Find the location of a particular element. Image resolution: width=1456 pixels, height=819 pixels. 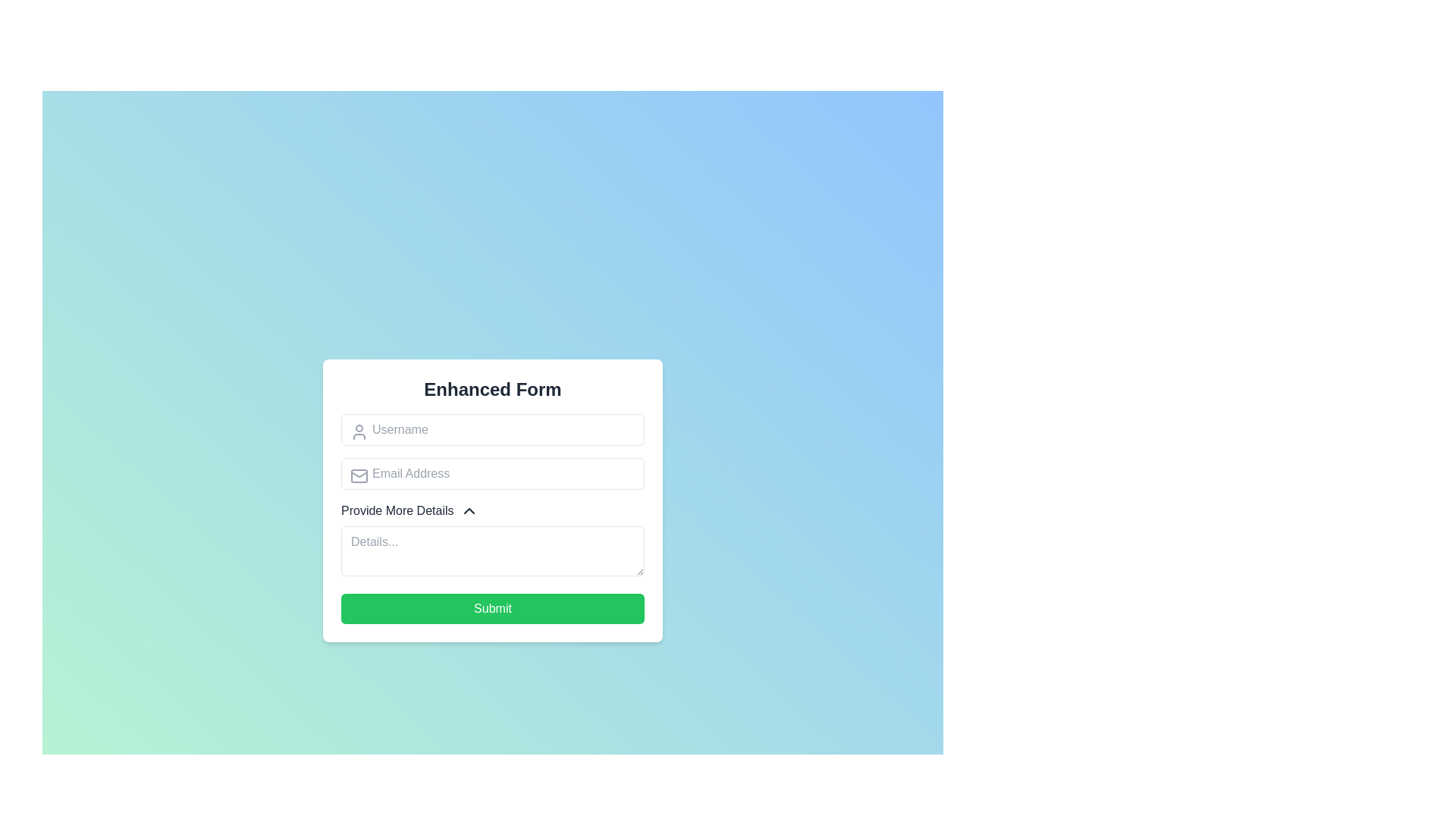

the toggle button located above the text area input labeled 'Details...' is located at coordinates (409, 510).